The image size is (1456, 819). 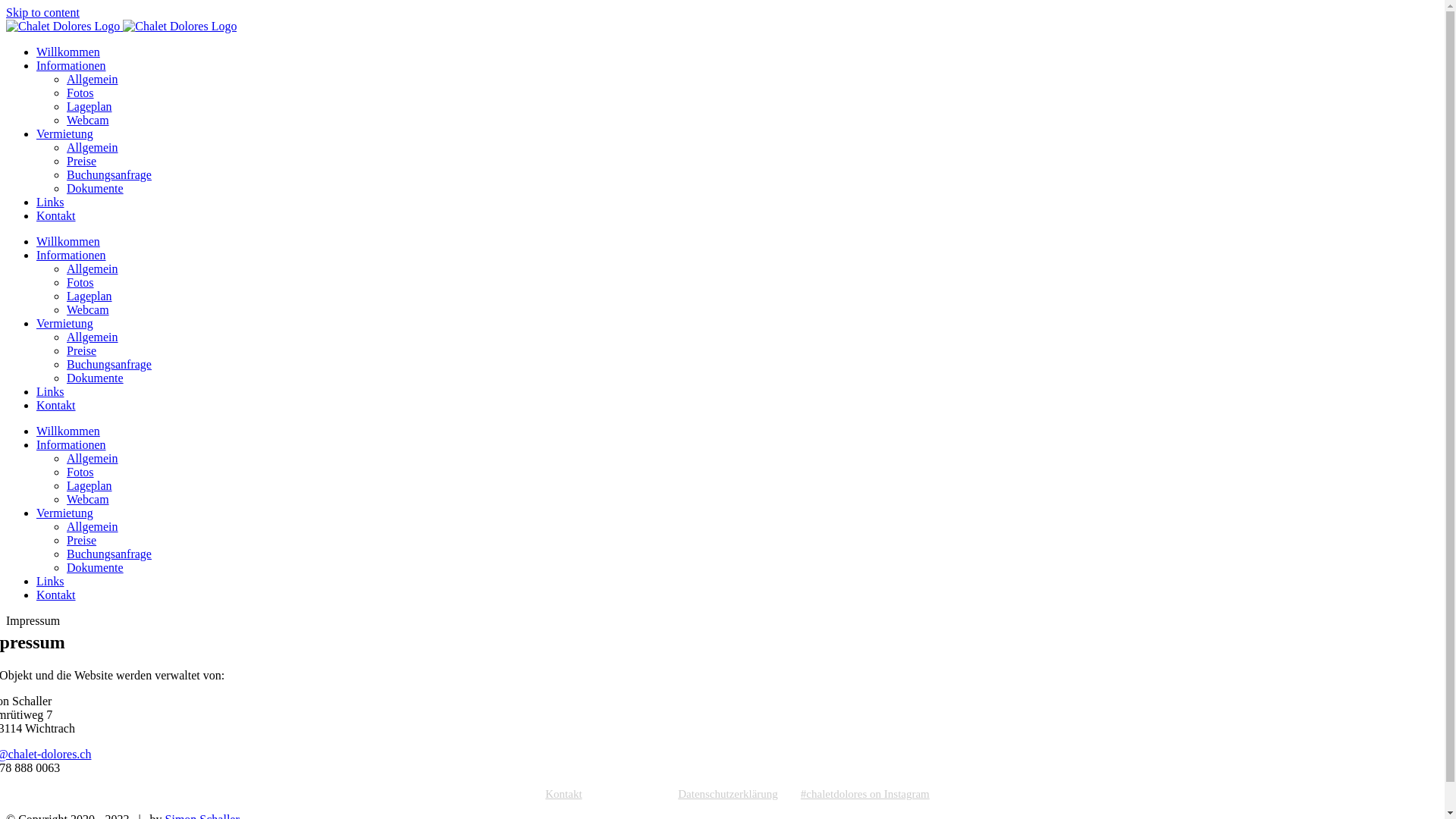 I want to click on 'Dokumente', so click(x=94, y=567).